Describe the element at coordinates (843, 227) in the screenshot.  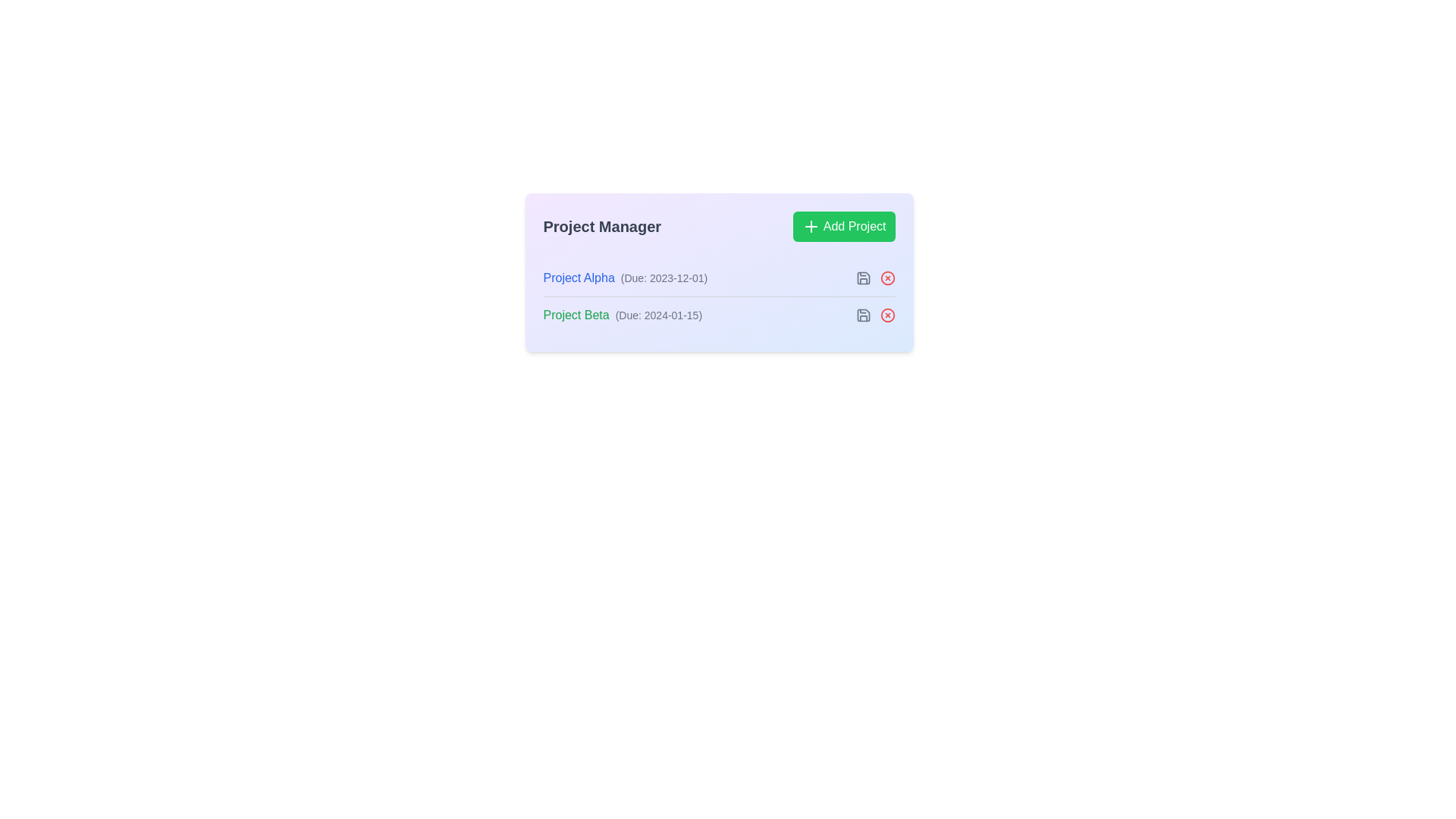
I see `the 'Add Project' button located in the top-right corner of the 'Project Manager' section, which has a green background and white text with a plus icon on the left` at that location.